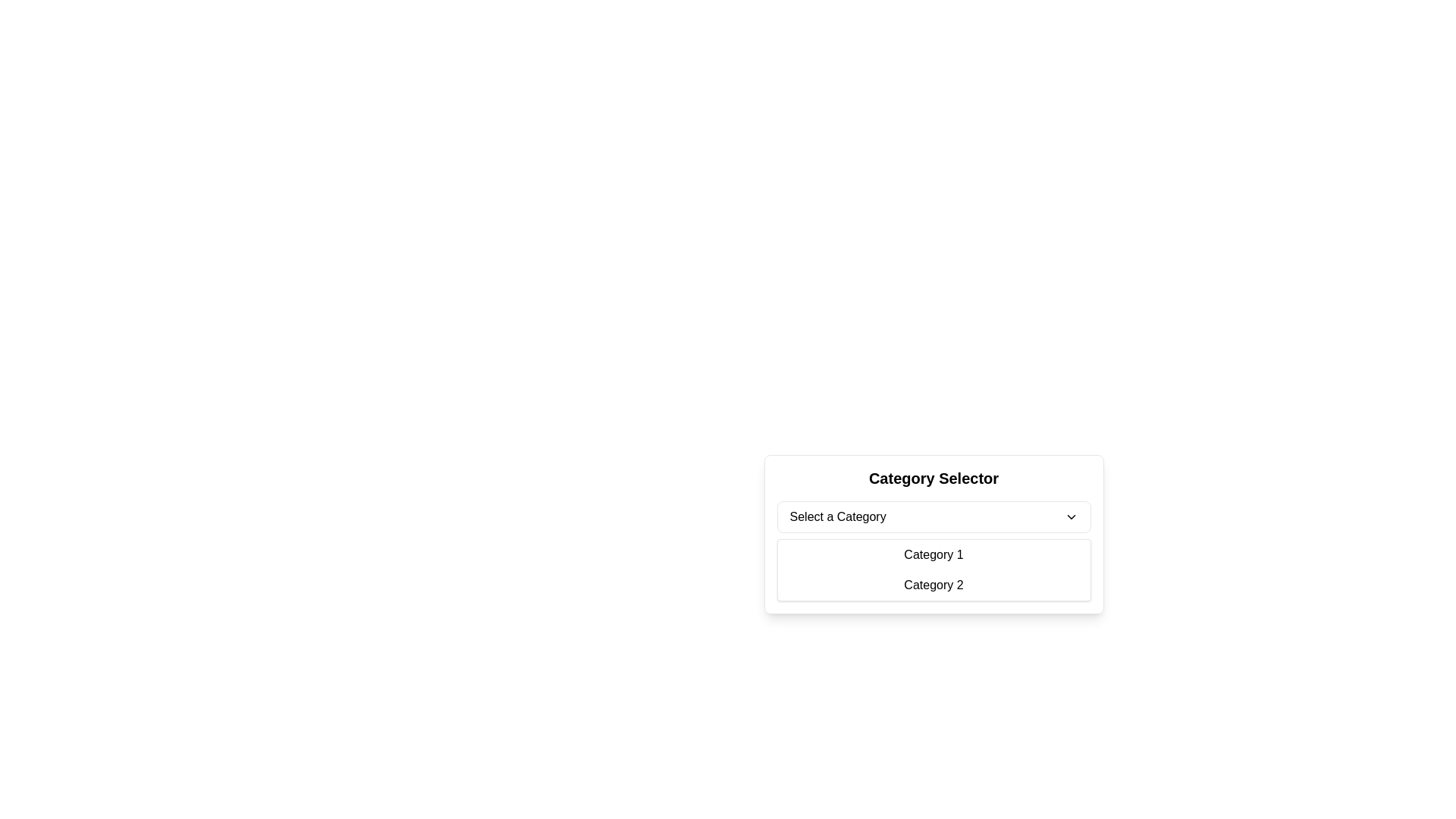 This screenshot has width=1456, height=819. What do you see at coordinates (933, 570) in the screenshot?
I see `the 'Category 2' option within the List of selectable options located in the 'Category Selector' card component, positioned below the 'Select a Category' dropdown` at bounding box center [933, 570].